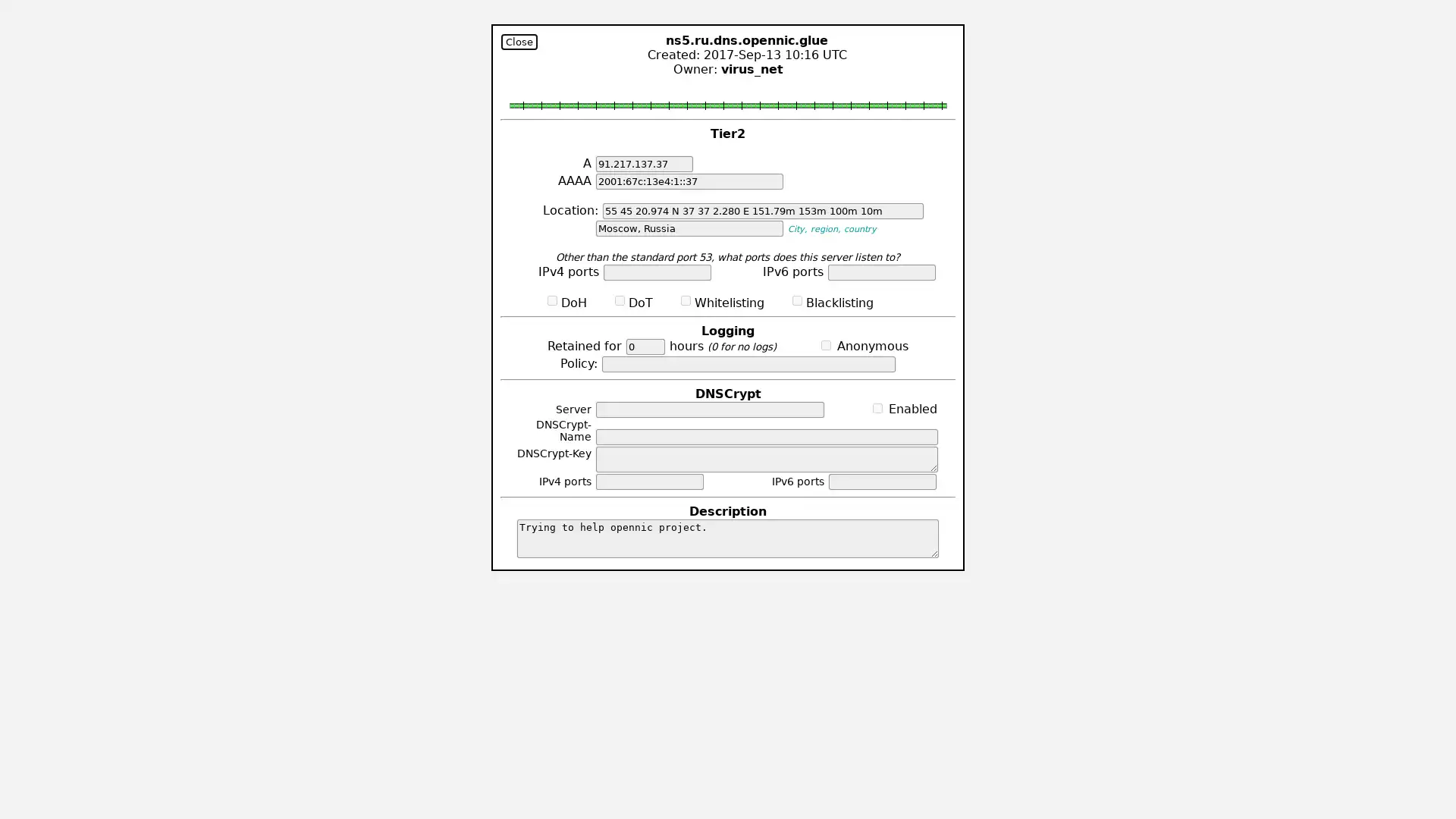  What do you see at coordinates (519, 41) in the screenshot?
I see `Close` at bounding box center [519, 41].